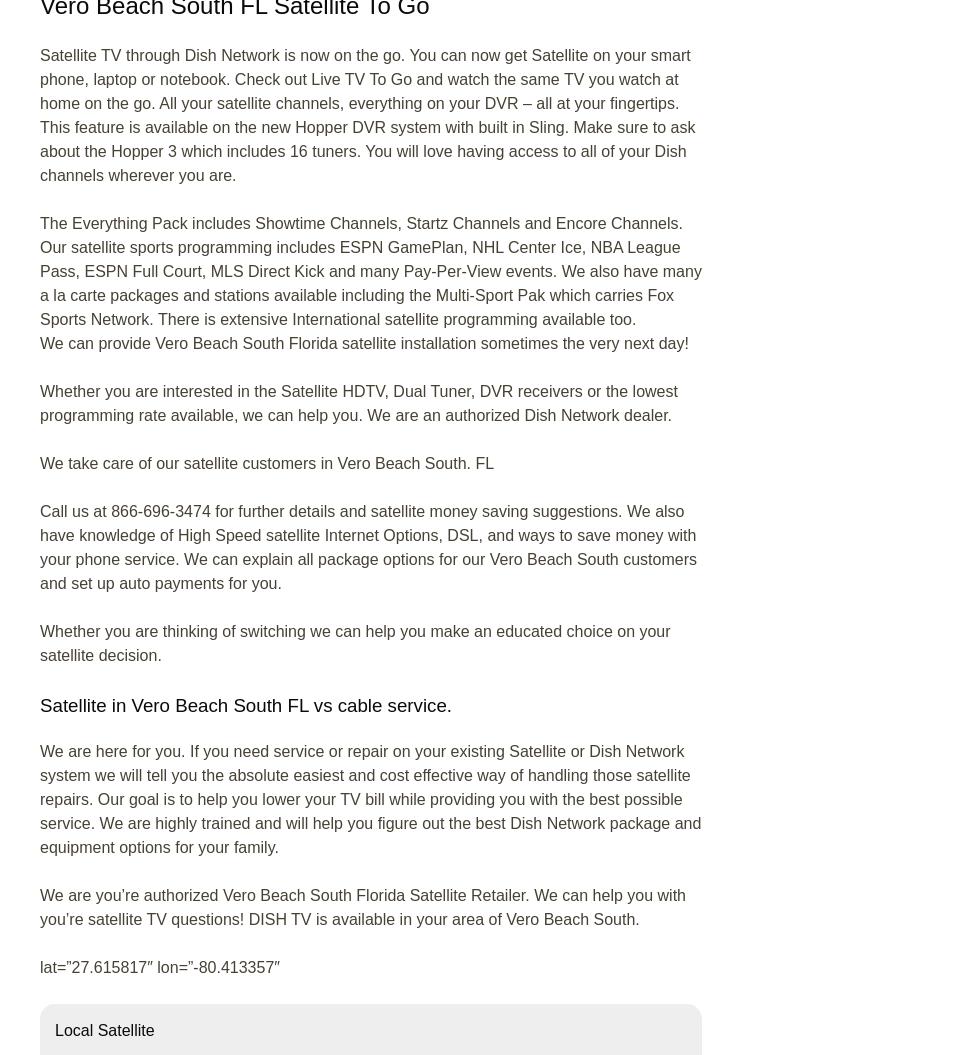 This screenshot has height=1055, width=972. What do you see at coordinates (362, 906) in the screenshot?
I see `'We are you’re authorized Vero Beach South Florida Satellite Retailer. We can help you with you’re satellite TV questions! DISH TV is available in your area of  Vero Beach South.'` at bounding box center [362, 906].